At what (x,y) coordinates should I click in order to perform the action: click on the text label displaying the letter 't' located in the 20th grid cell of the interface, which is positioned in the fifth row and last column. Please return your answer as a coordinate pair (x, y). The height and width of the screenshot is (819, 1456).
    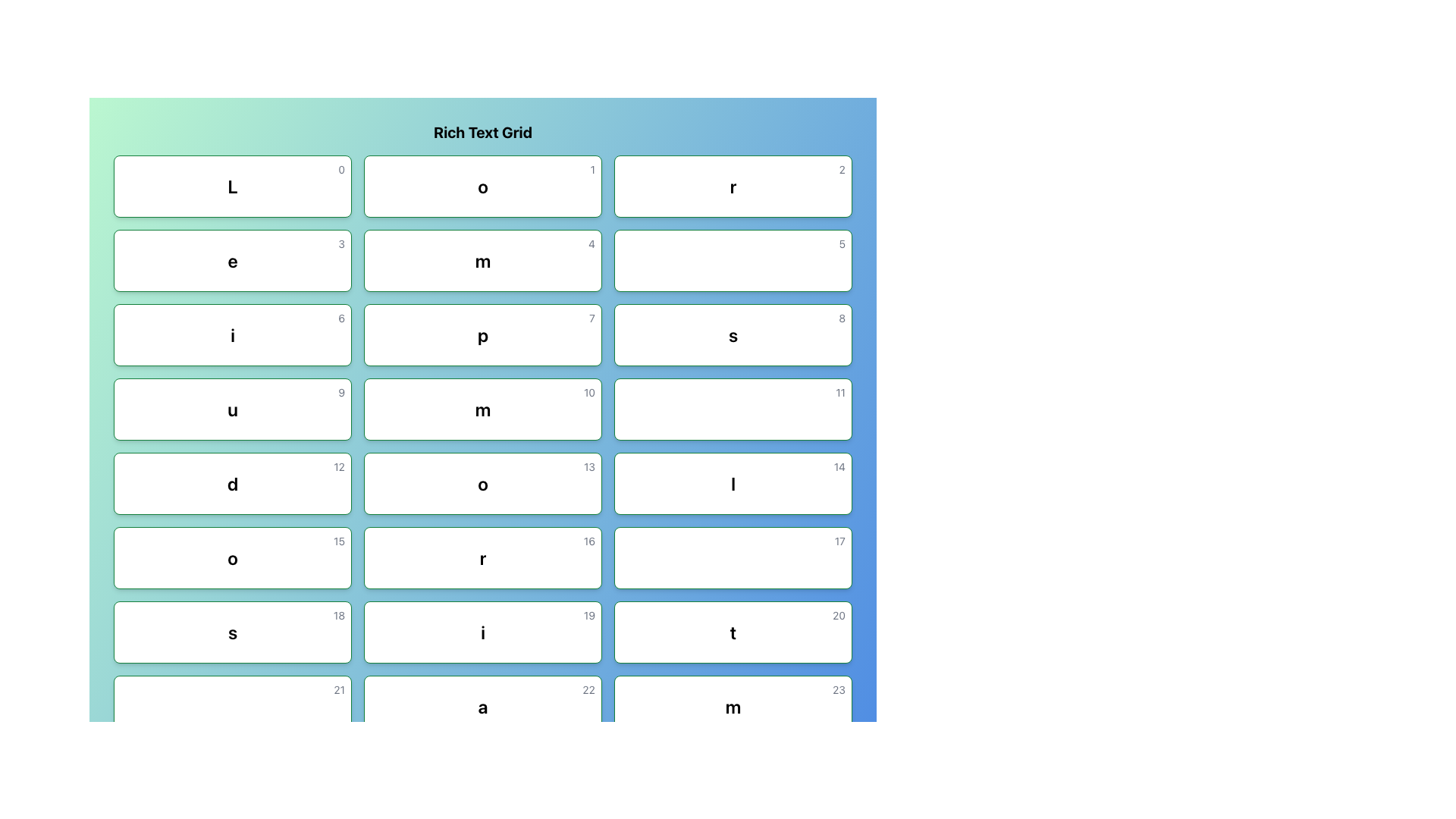
    Looking at the image, I should click on (733, 632).